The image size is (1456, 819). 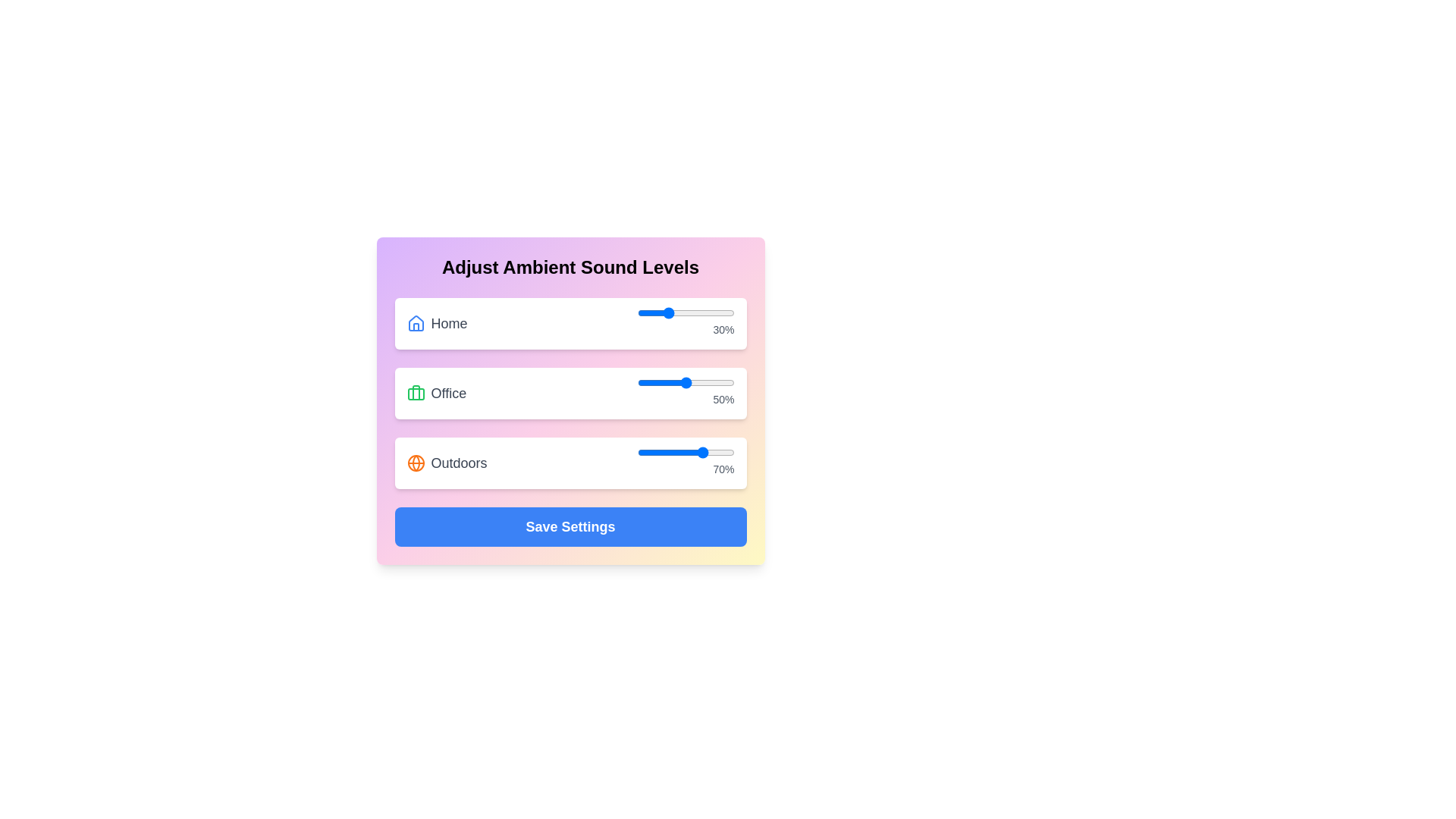 What do you see at coordinates (730, 312) in the screenshot?
I see `the Home sound level slider to 95%` at bounding box center [730, 312].